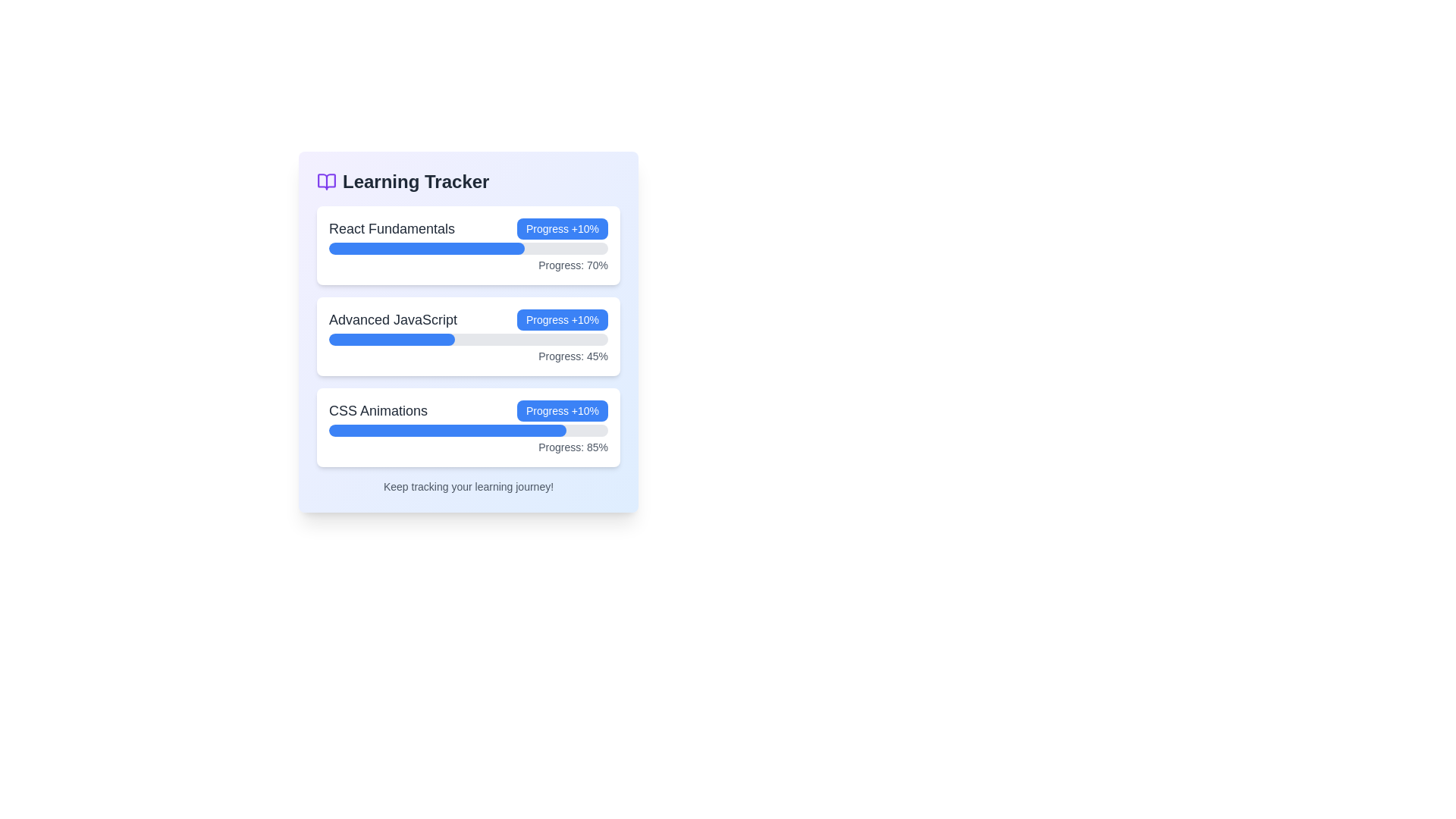 The image size is (1456, 819). Describe the element at coordinates (561, 318) in the screenshot. I see `the 'Progress +10%' button, which is a rectangular button with a blue background and white text, located to the right of 'Advanced JavaScript' in the 'Learning Tracker' interface` at that location.